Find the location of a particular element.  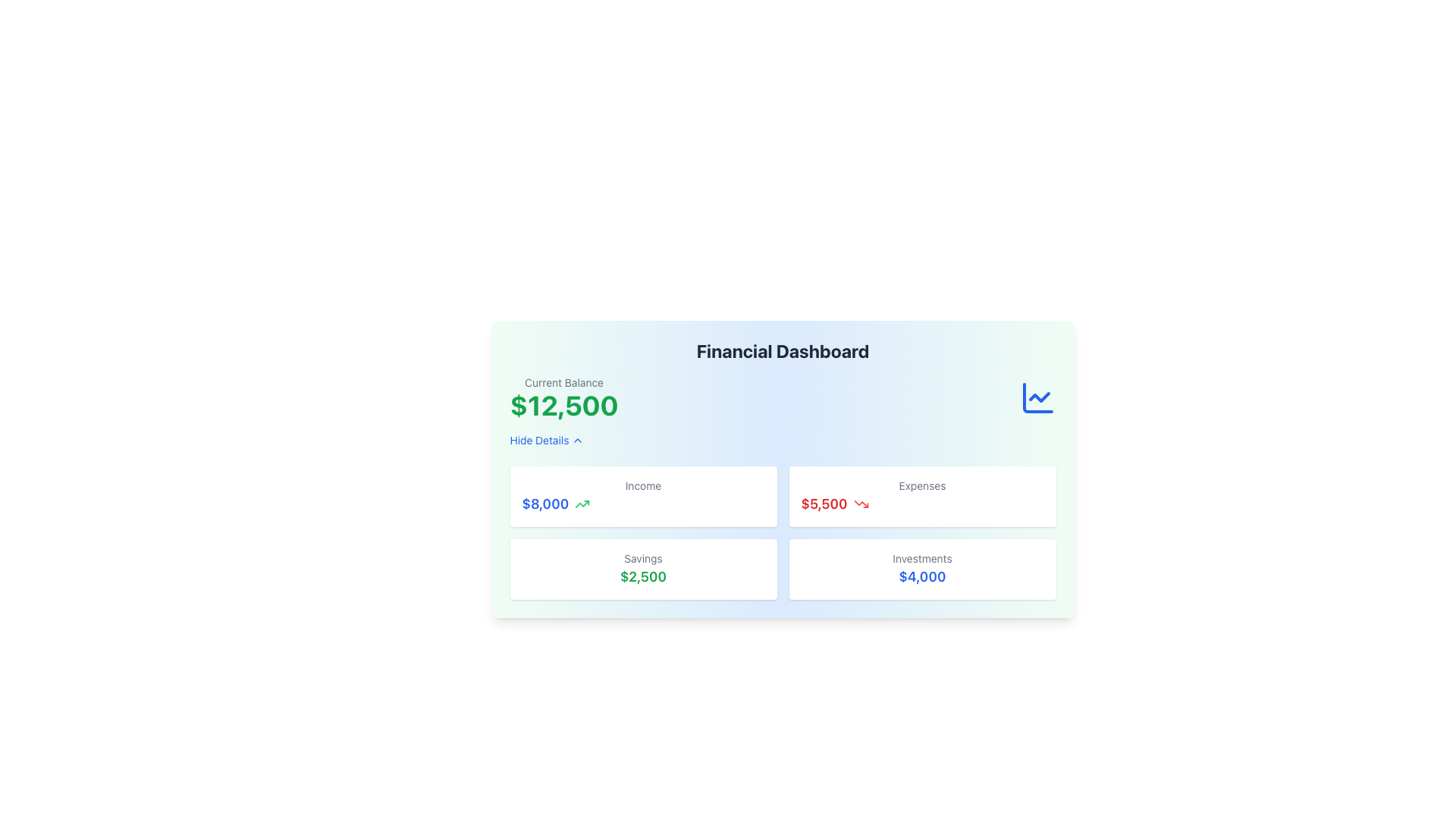

the leftmost part of the downward trend icon, which symbolizes negative financial movement and is positioned near the 'Expenses' label in the financial summary section is located at coordinates (861, 504).